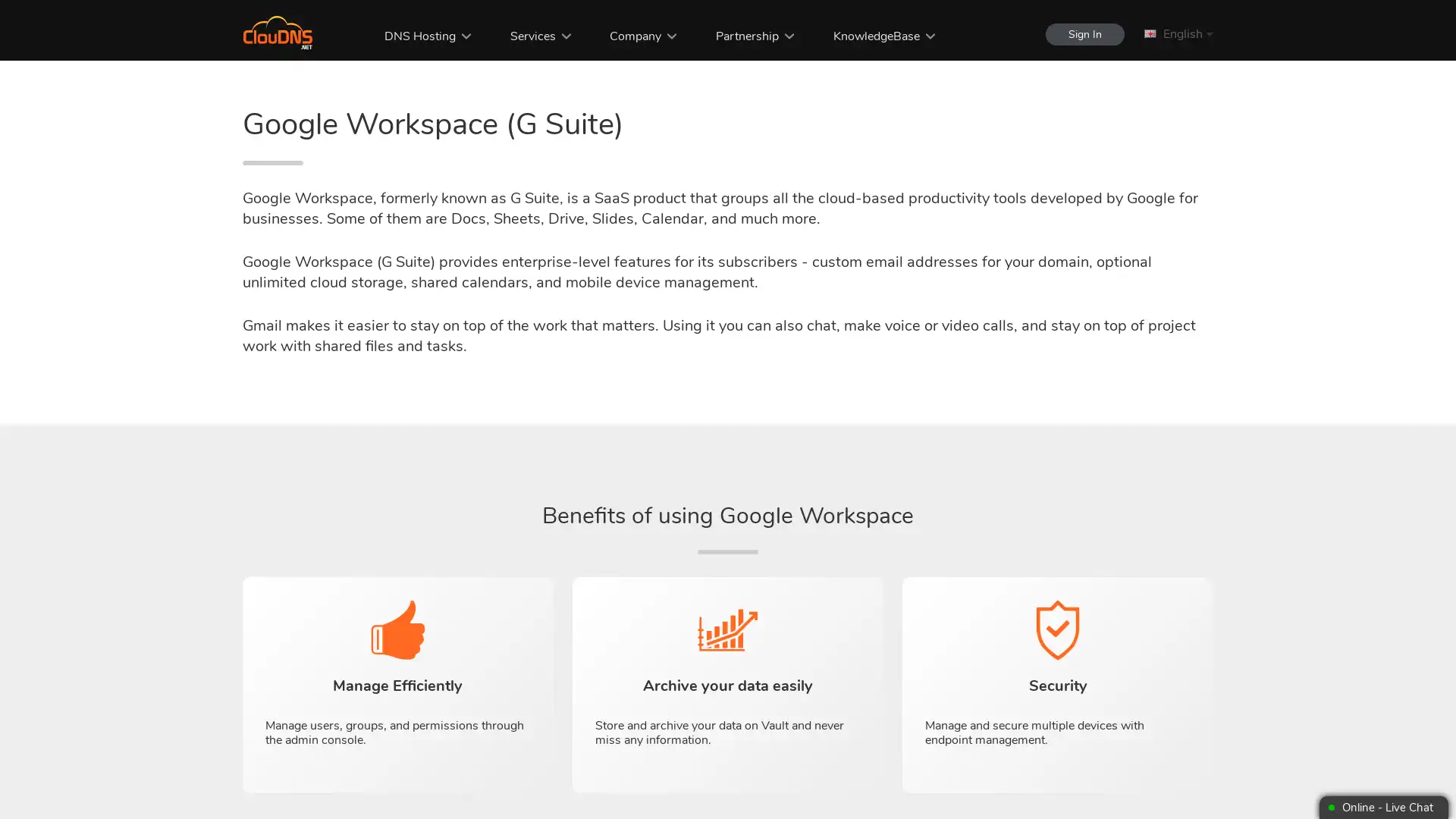 This screenshot has height=819, width=1456. I want to click on Sign In, so click(1084, 34).